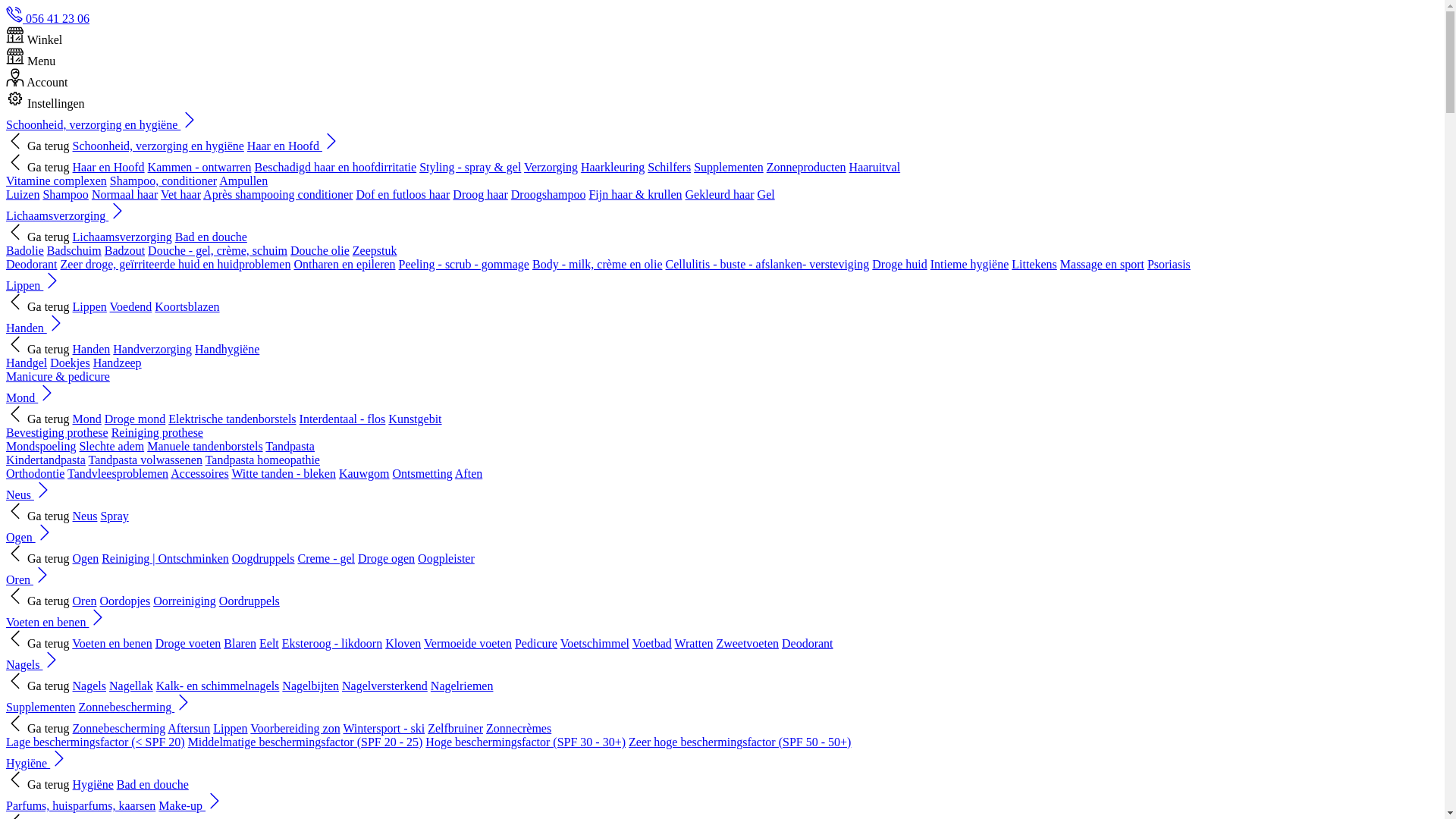 The width and height of the screenshot is (1456, 819). I want to click on 'Voetschimmel', so click(560, 643).